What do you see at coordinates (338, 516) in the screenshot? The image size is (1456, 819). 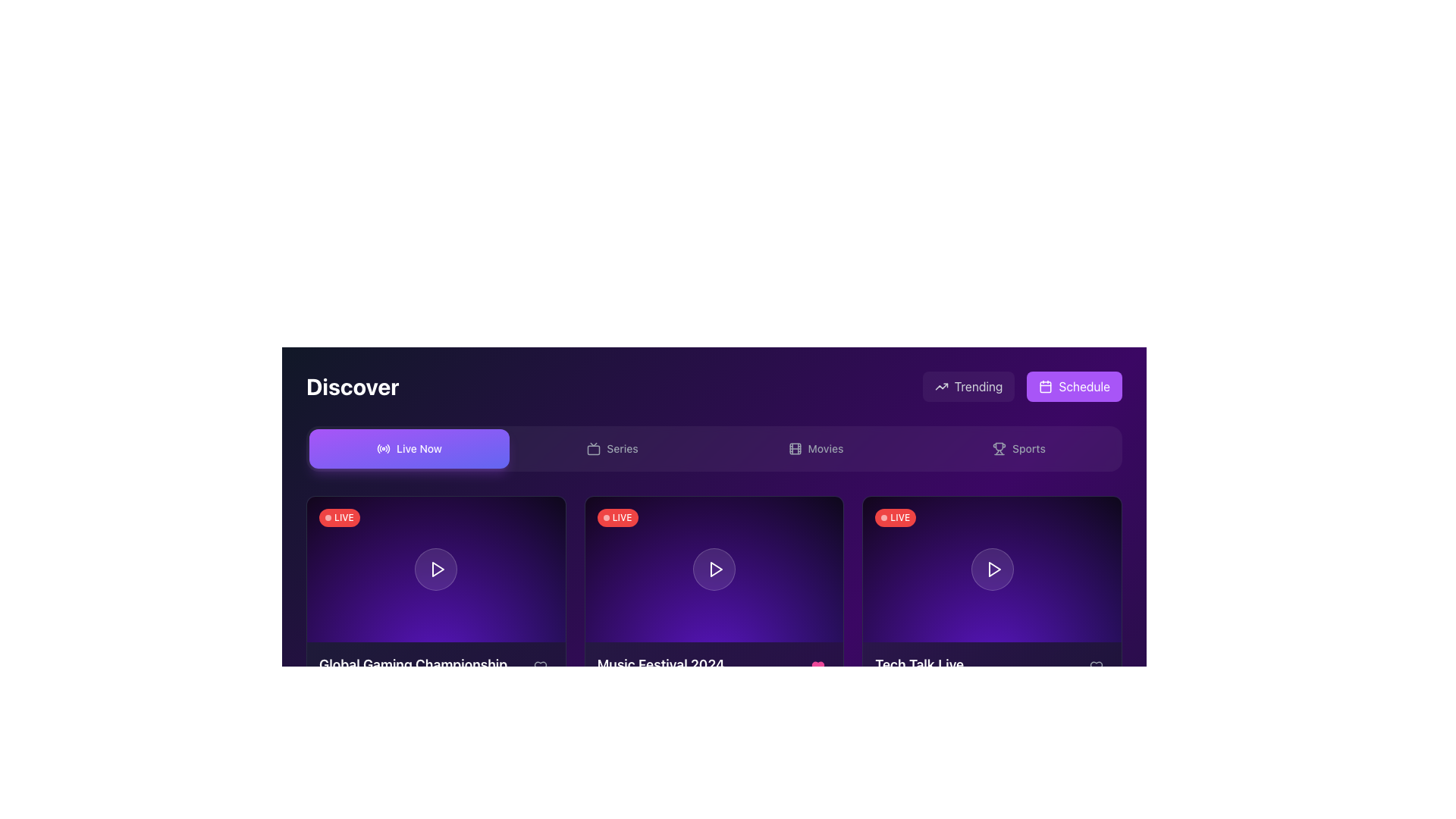 I see `the 'LIVE' badge located at the top-left corner of the leftmost card in the content grid, indicating that the associated content is currently live` at bounding box center [338, 516].